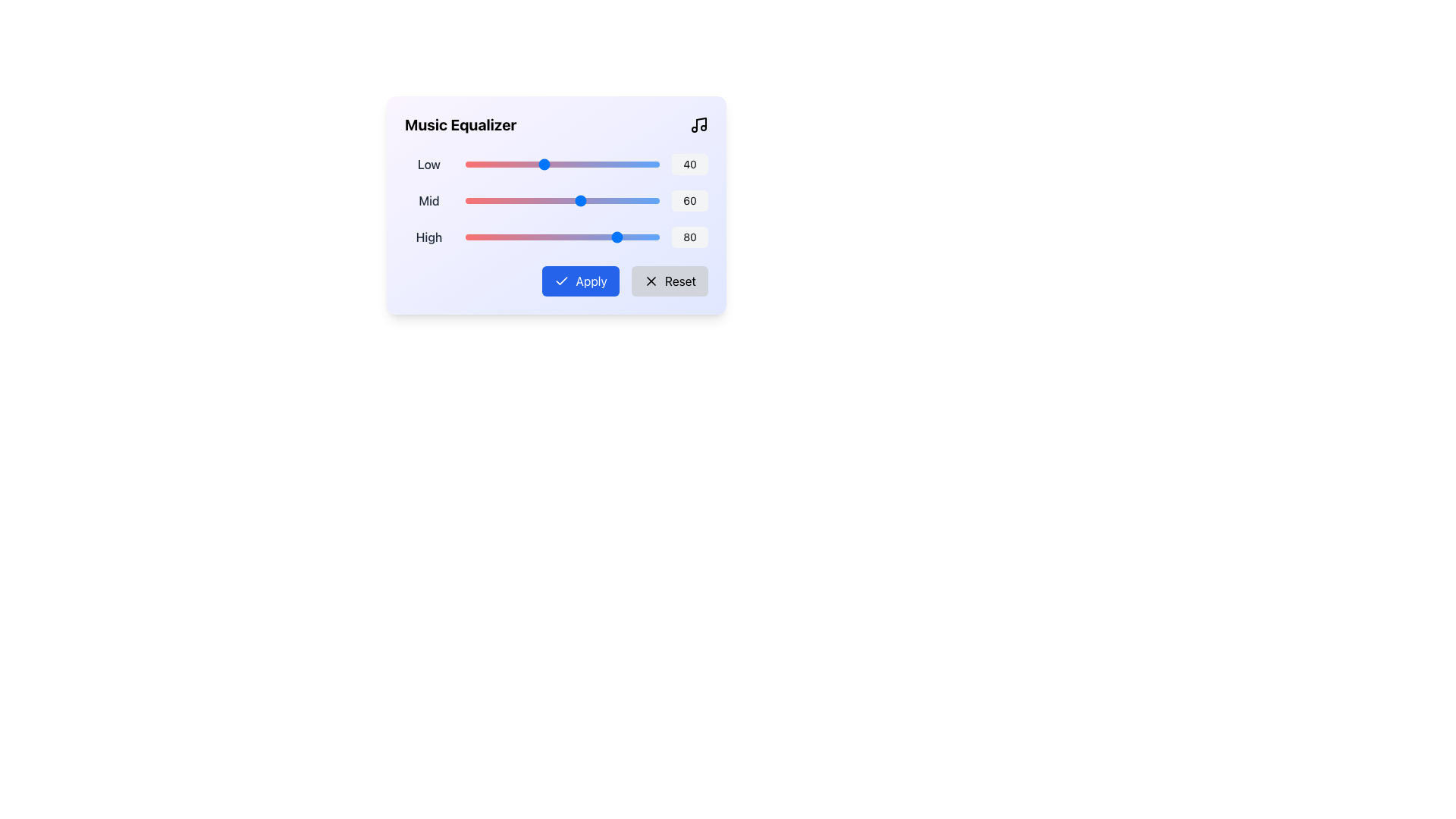 The width and height of the screenshot is (1456, 819). Describe the element at coordinates (512, 200) in the screenshot. I see `the 'Mid' equalizer slider` at that location.